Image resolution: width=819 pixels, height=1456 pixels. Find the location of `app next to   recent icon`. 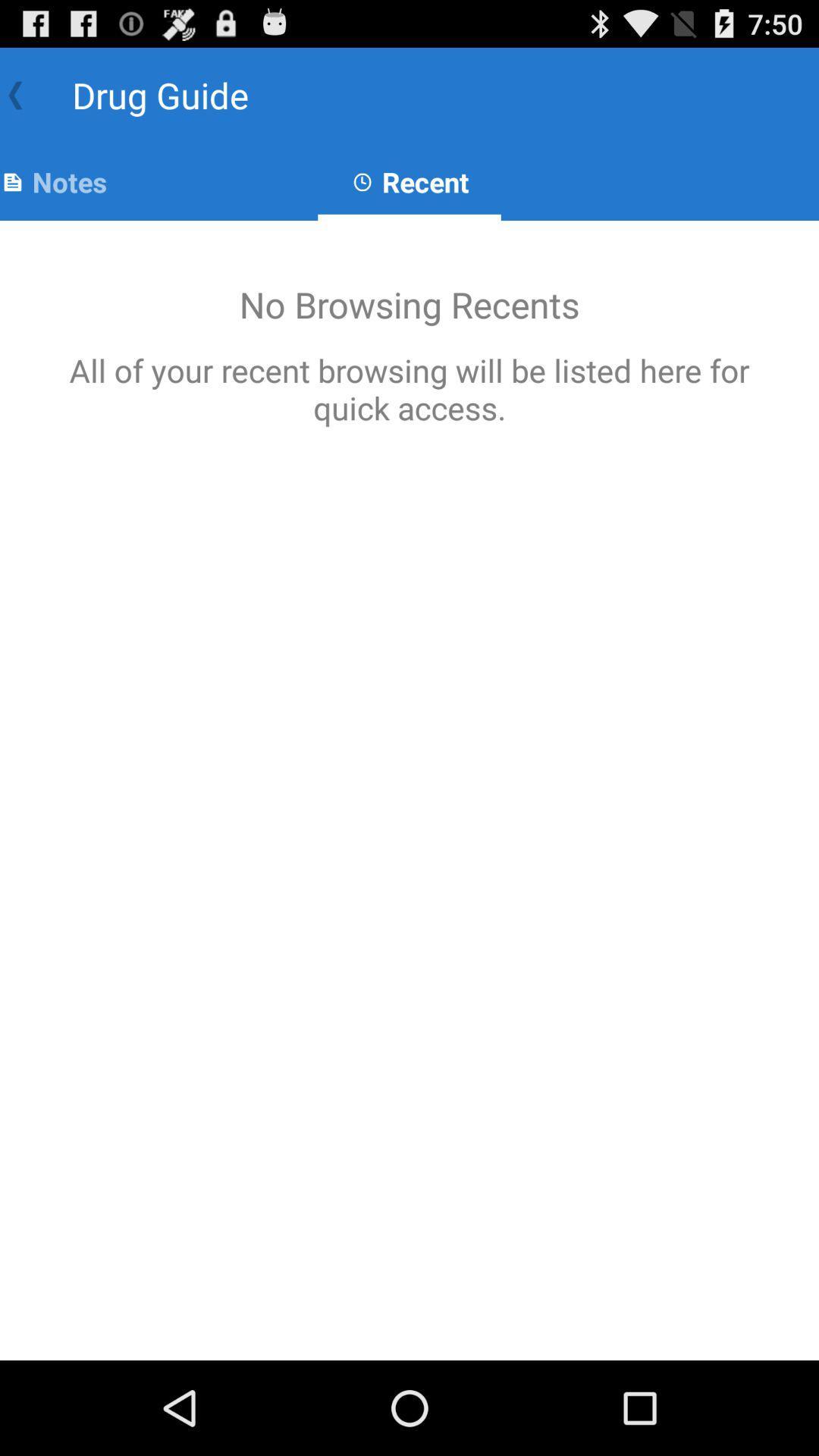

app next to   recent icon is located at coordinates (52, 182).